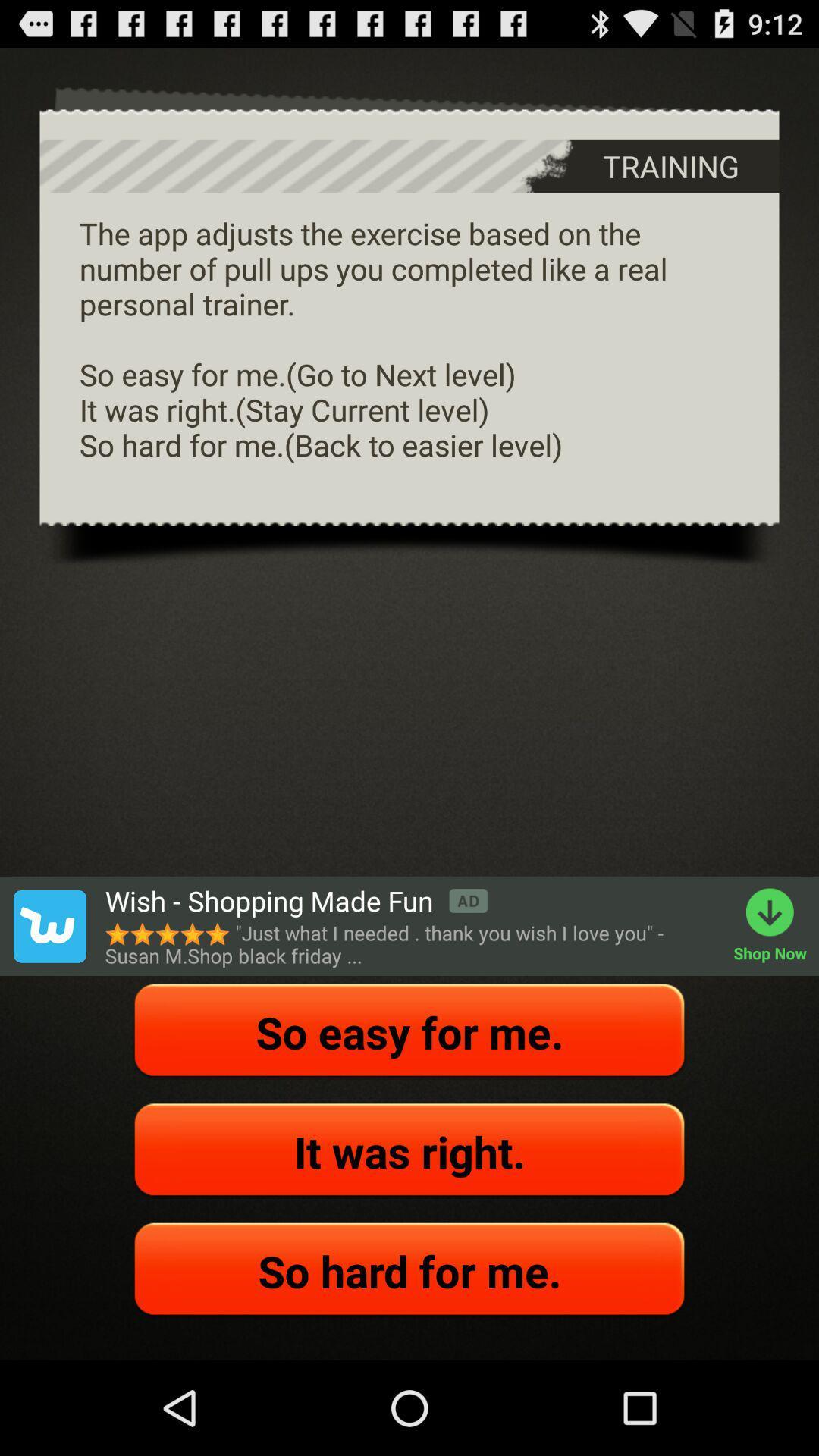 The height and width of the screenshot is (1456, 819). I want to click on just what i item, so click(411, 943).